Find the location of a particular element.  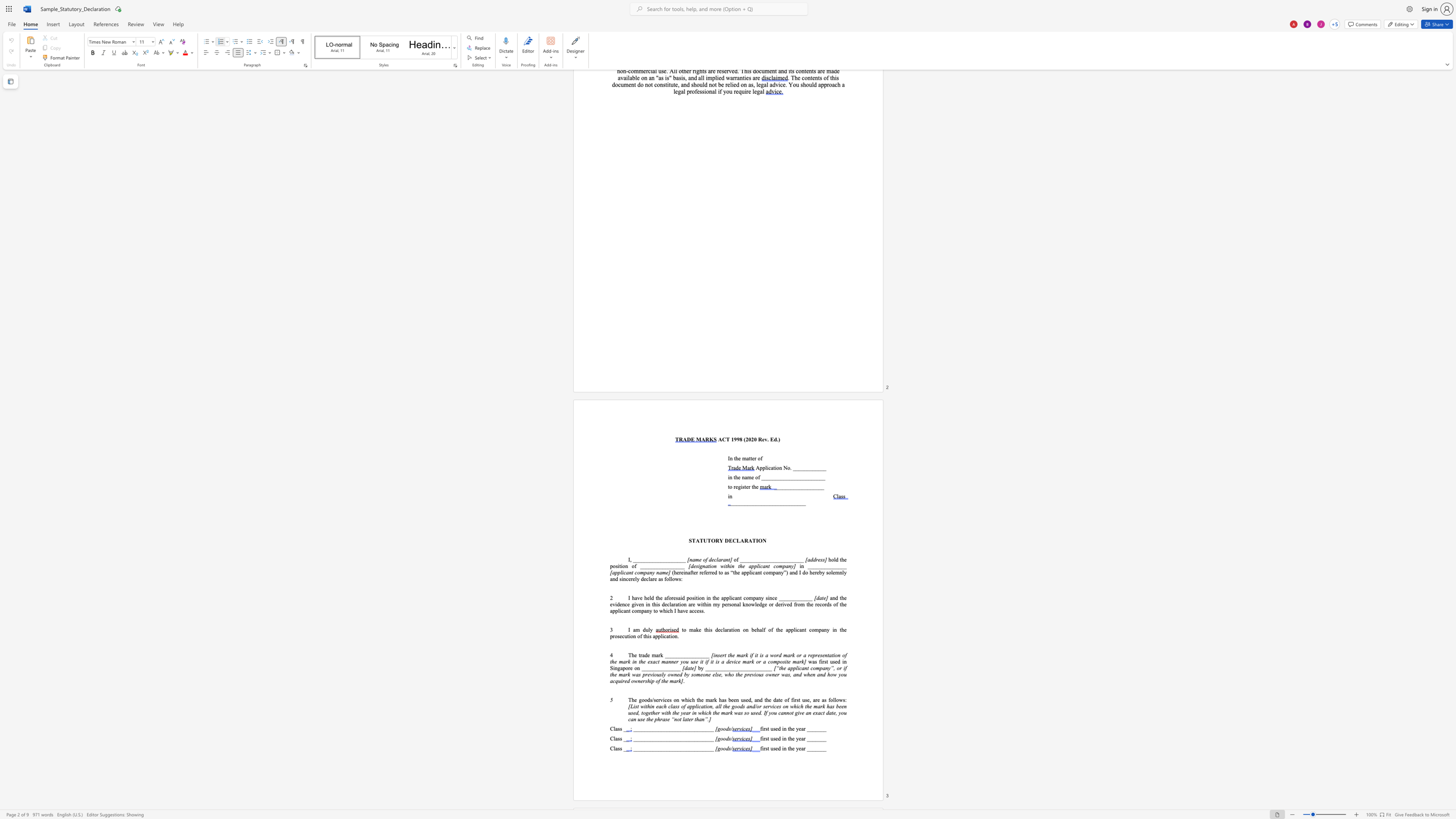

the 1th character "d" in the text is located at coordinates (778, 738).